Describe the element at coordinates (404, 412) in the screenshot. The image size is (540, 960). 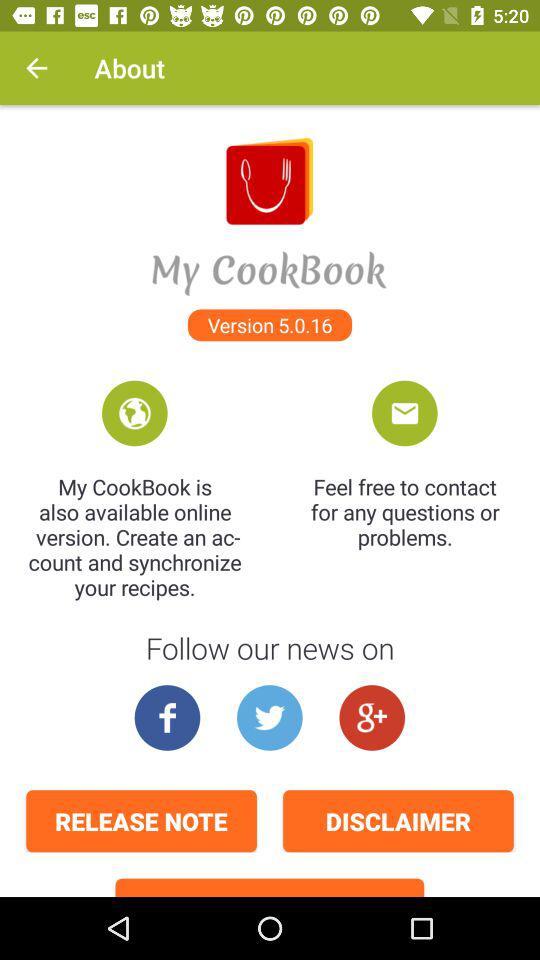
I see `the email icon` at that location.